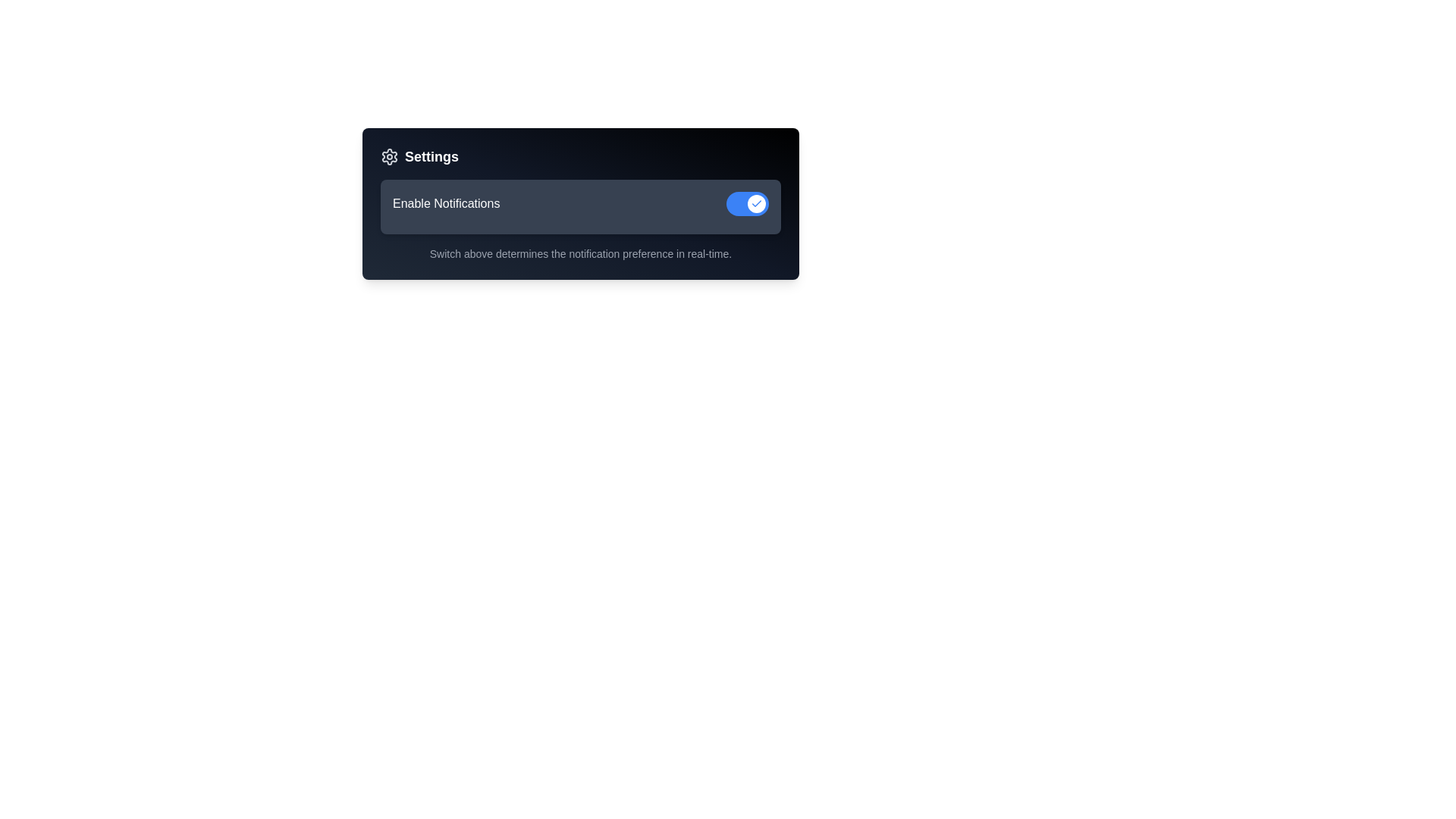 The height and width of the screenshot is (819, 1456). Describe the element at coordinates (747, 203) in the screenshot. I see `the toggle switch located in the right section of the 'Enable Notifications' row` at that location.